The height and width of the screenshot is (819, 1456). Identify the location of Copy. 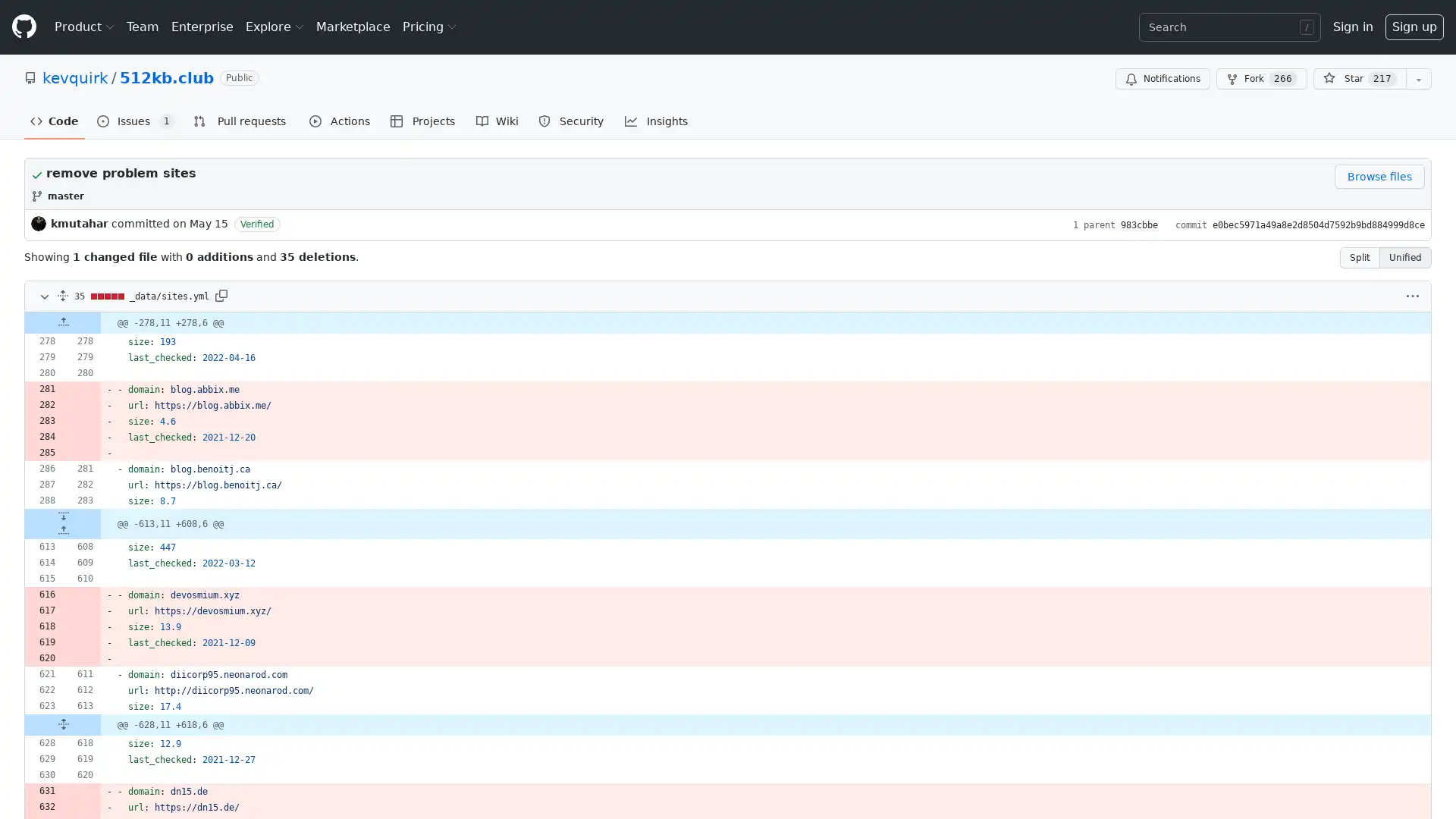
(221, 295).